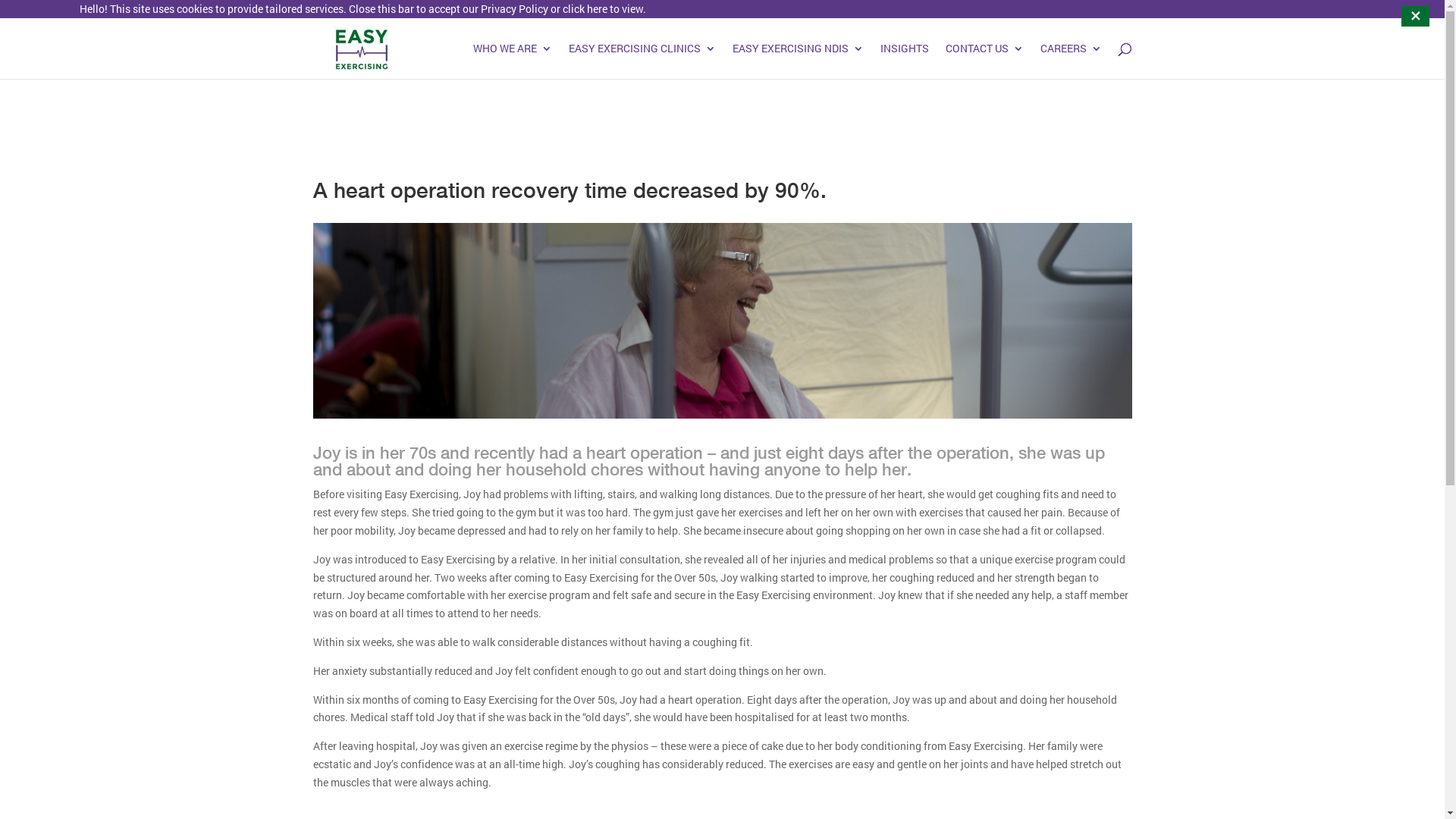  Describe the element at coordinates (797, 60) in the screenshot. I see `'EASY EXERCISING NDIS'` at that location.